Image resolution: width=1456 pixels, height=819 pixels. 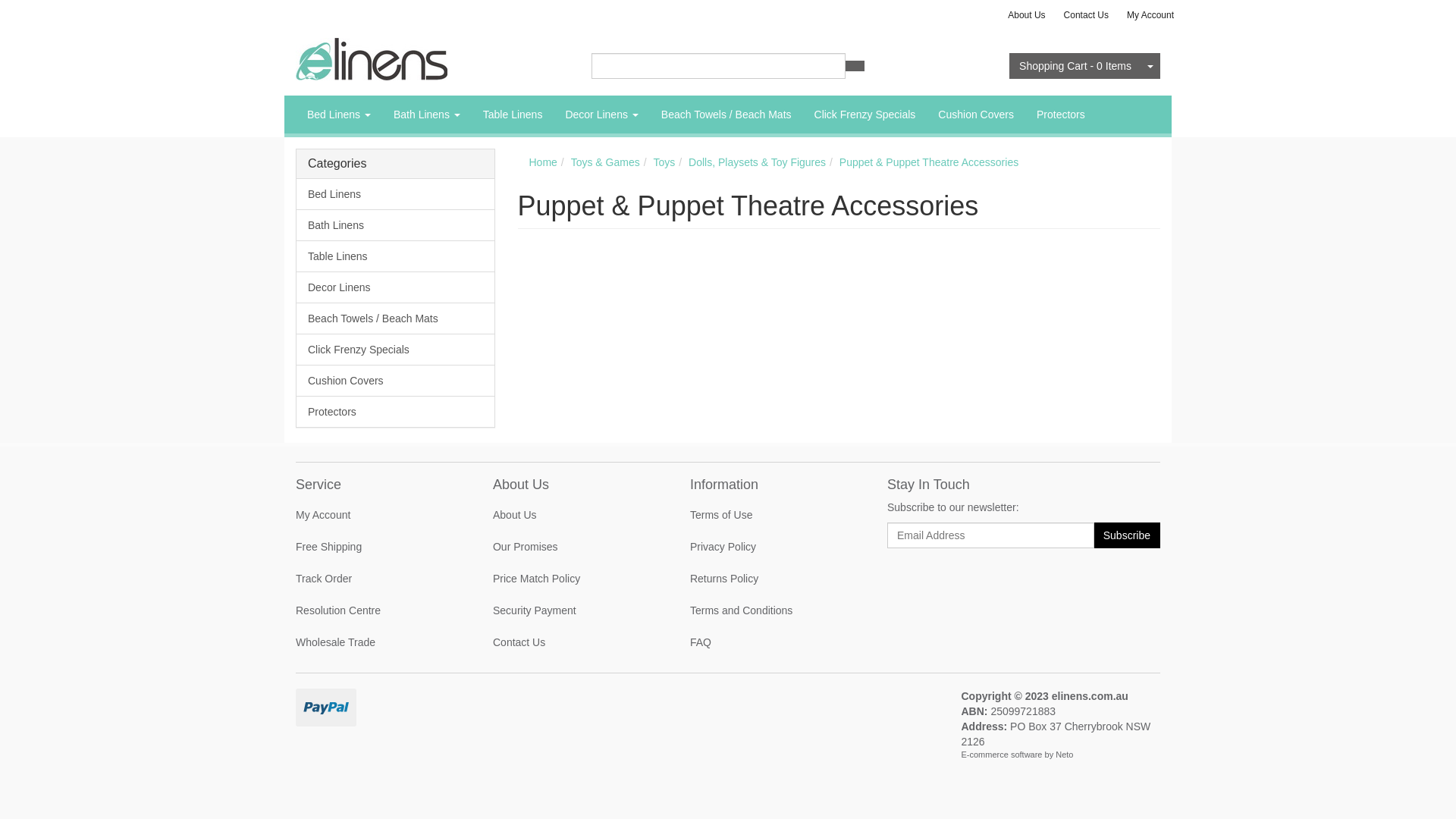 I want to click on 'Dolls, Playsets & Toy Figures', so click(x=757, y=162).